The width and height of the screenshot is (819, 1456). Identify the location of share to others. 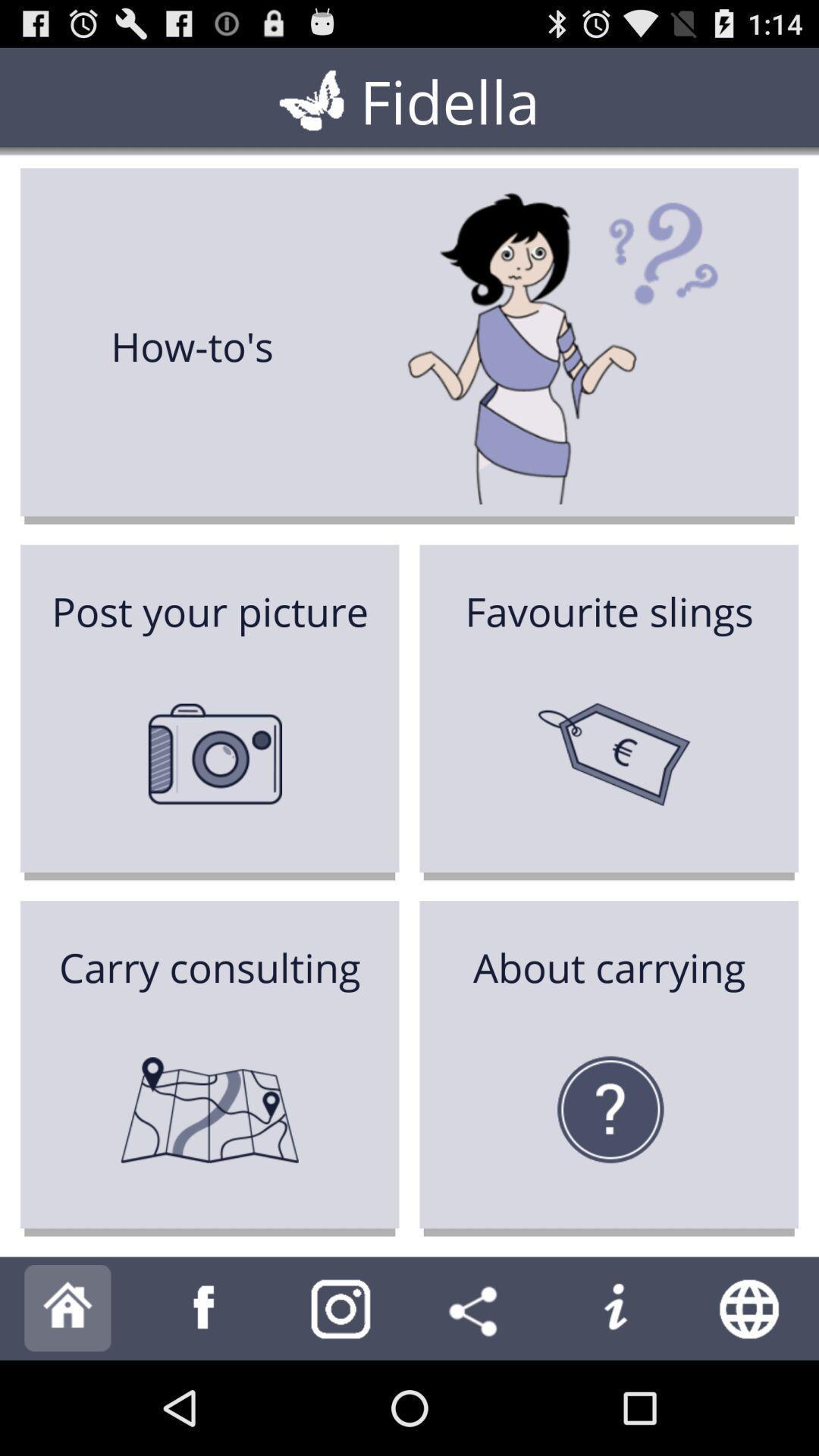
(476, 1307).